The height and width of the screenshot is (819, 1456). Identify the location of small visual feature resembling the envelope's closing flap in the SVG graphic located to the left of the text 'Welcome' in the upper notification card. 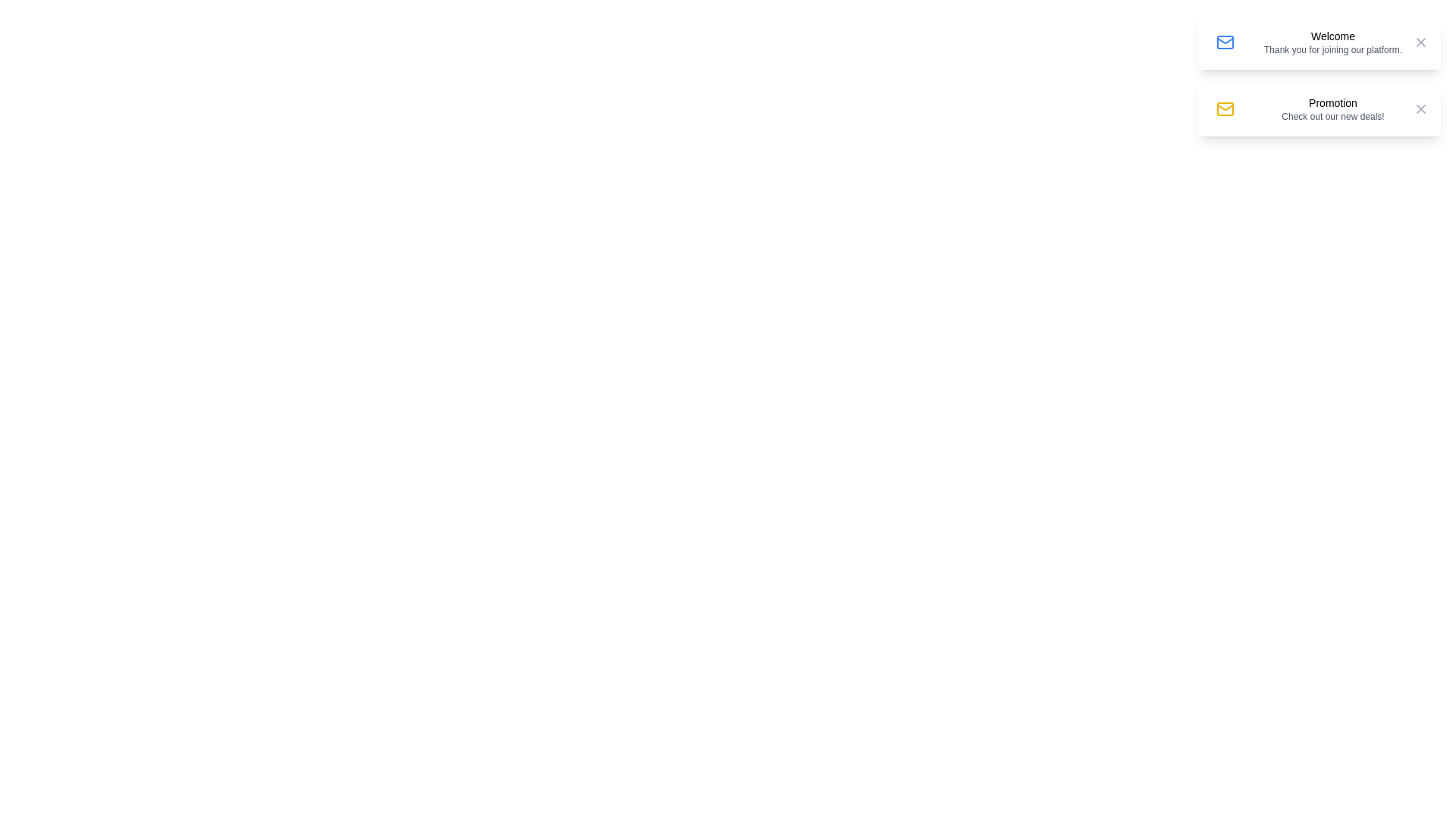
(1225, 106).